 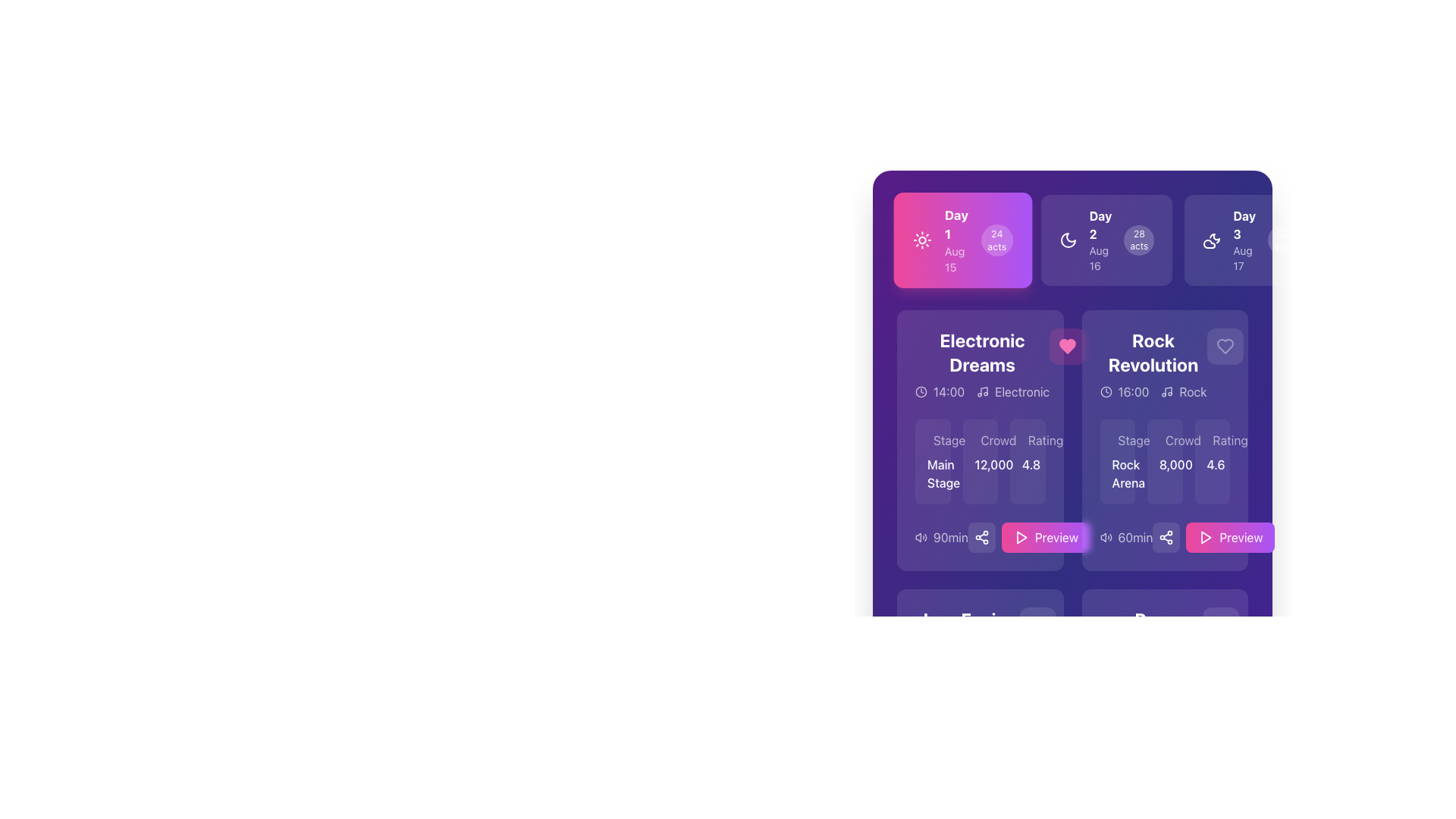 What do you see at coordinates (996, 239) in the screenshot?
I see `the Label displaying '24 acts' in the top-right section of the 'Day 1' card` at bounding box center [996, 239].